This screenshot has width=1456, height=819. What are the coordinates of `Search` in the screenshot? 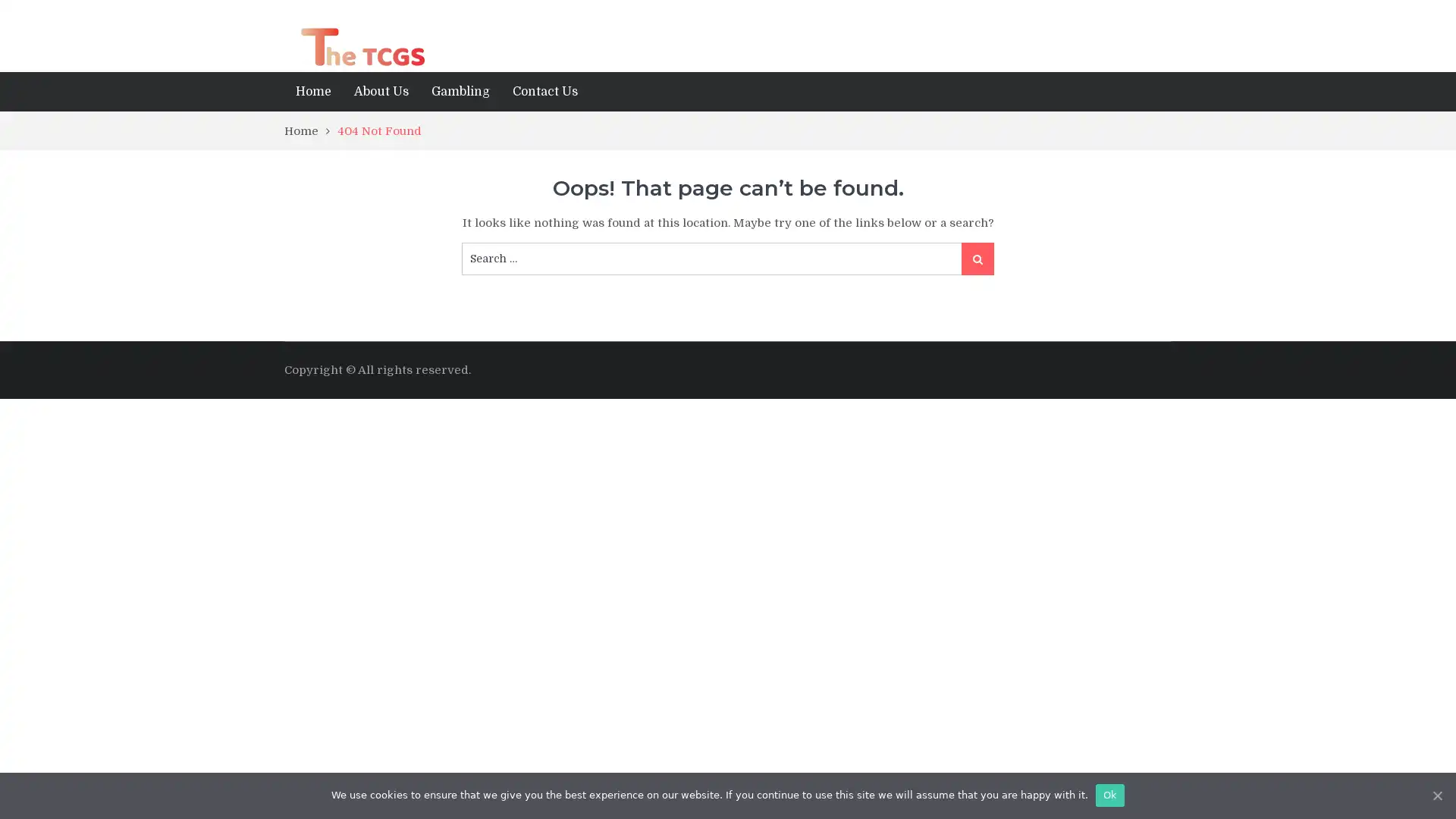 It's located at (977, 258).